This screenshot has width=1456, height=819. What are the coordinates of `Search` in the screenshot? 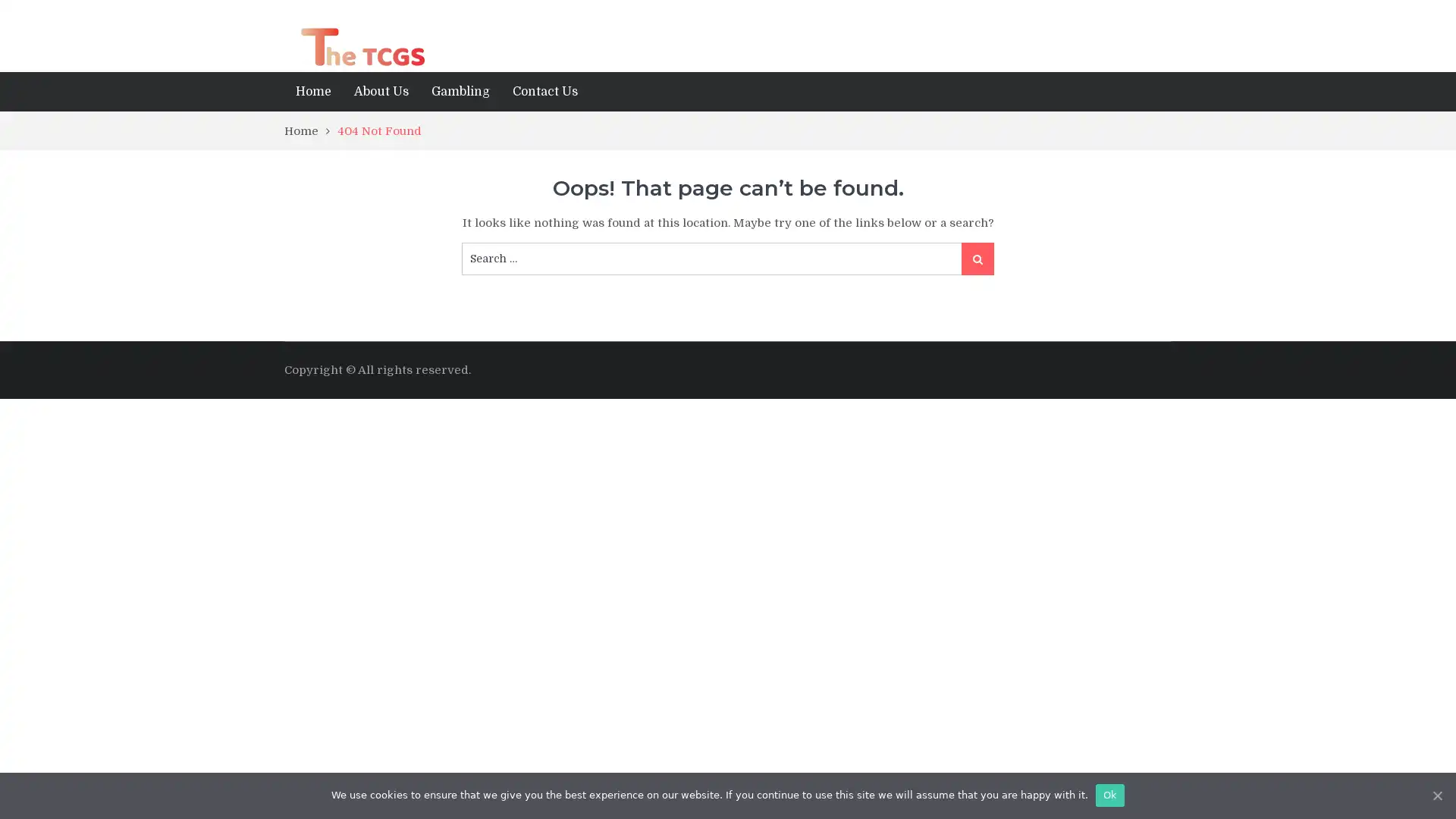 It's located at (977, 258).